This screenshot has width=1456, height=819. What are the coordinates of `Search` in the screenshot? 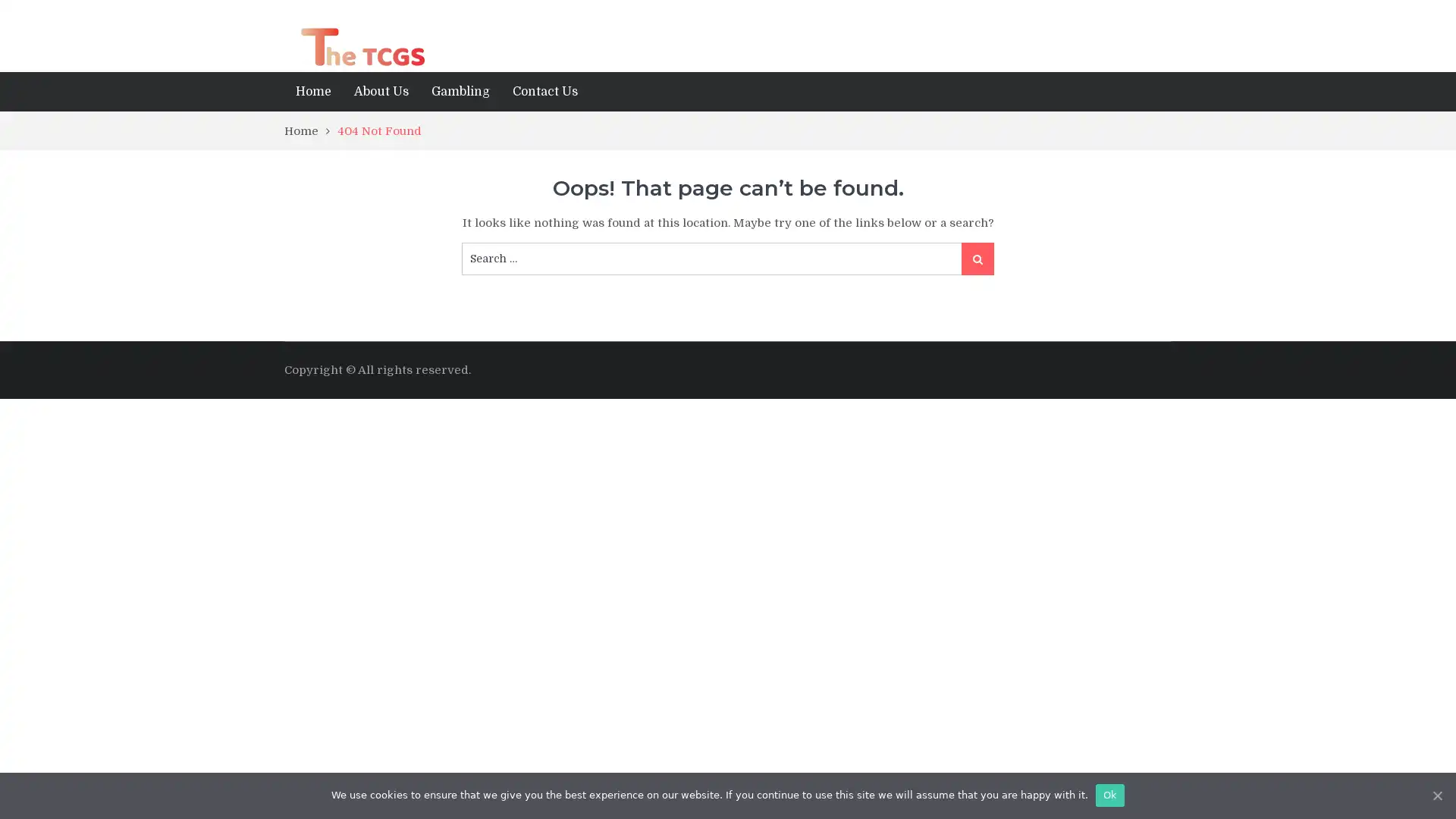 It's located at (977, 258).